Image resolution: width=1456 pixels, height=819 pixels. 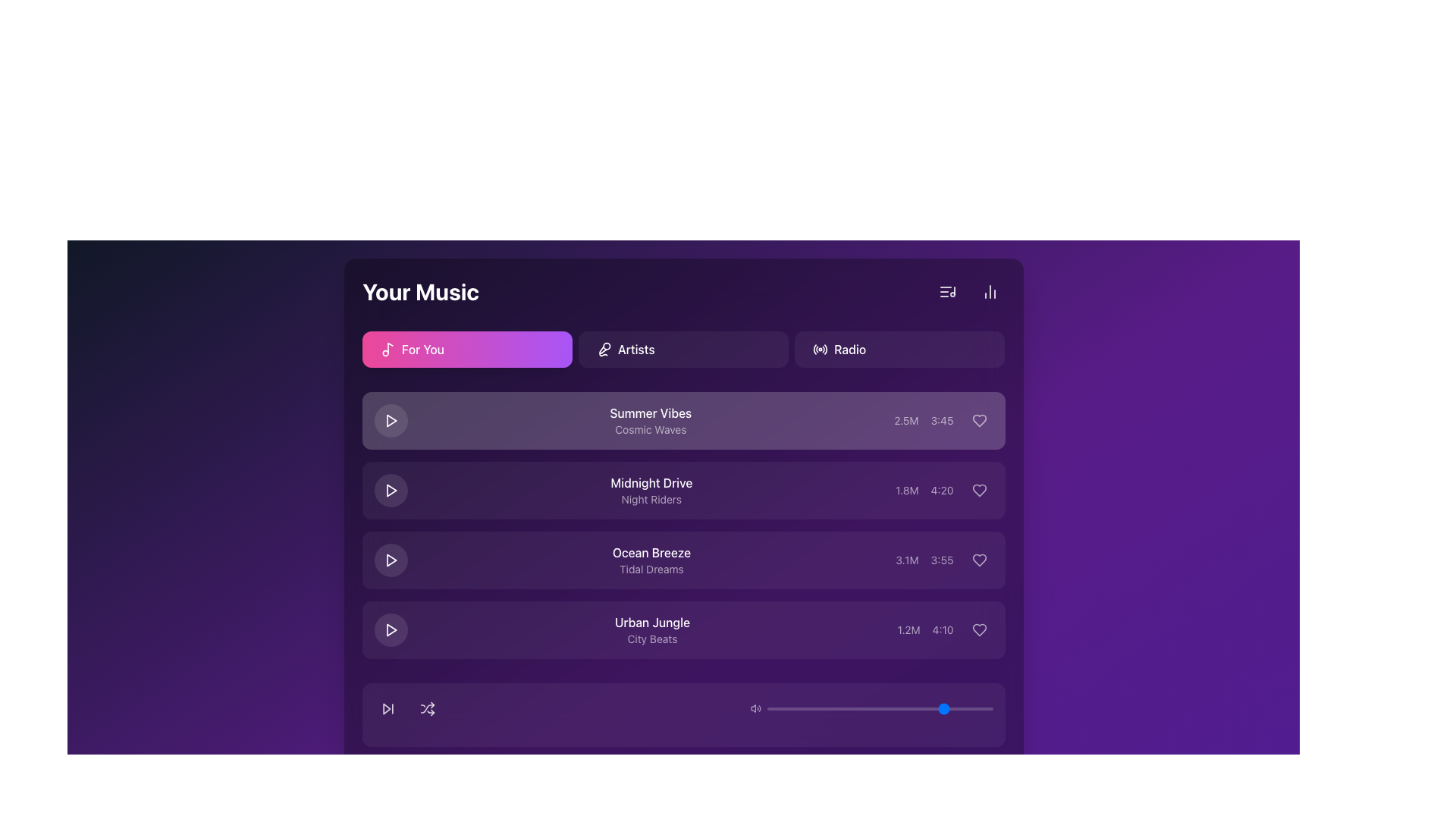 I want to click on the musical note icon, so click(x=388, y=350).